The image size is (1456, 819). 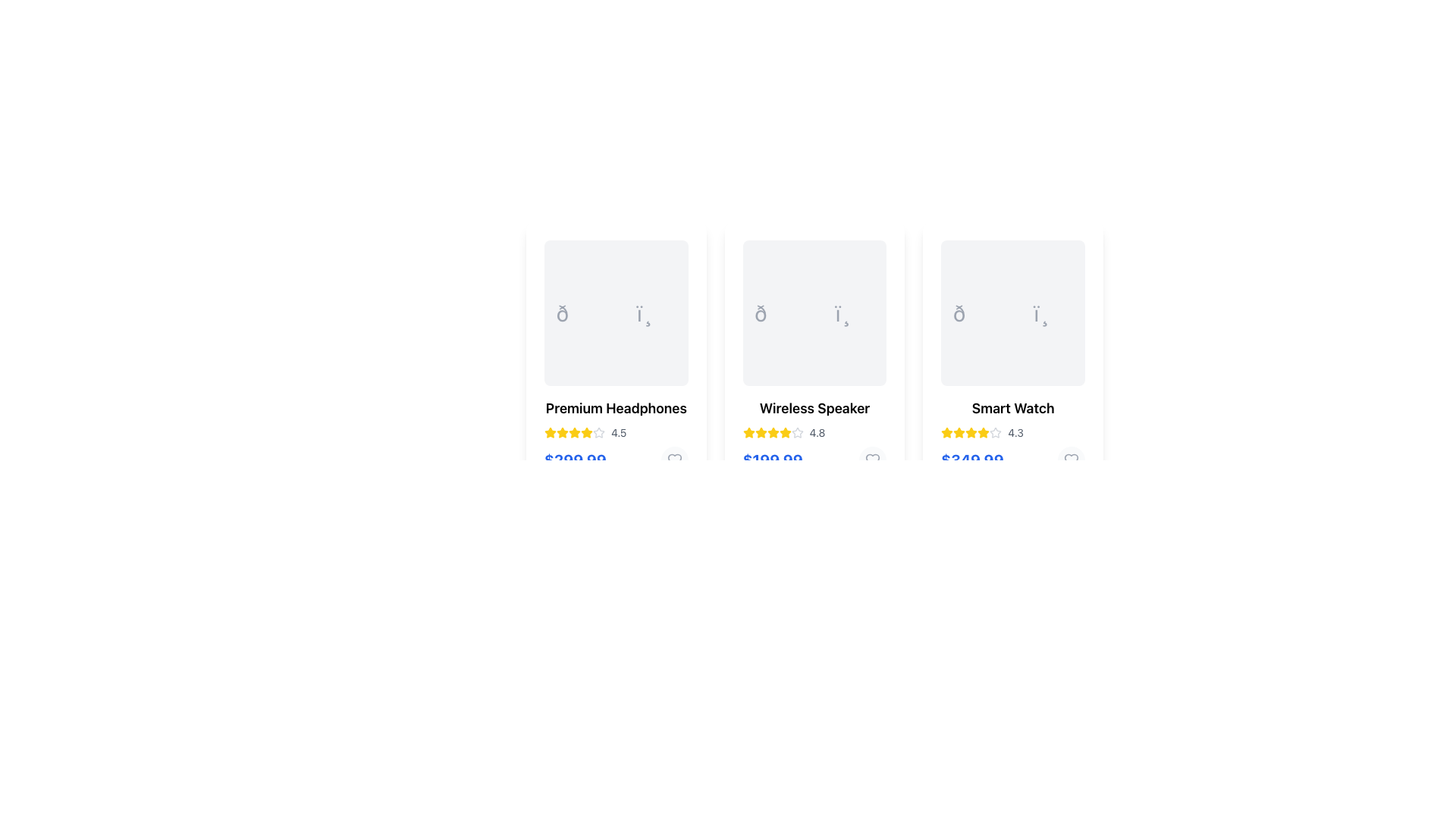 What do you see at coordinates (996, 432) in the screenshot?
I see `the fifth star icon in the rating system below the 'Smart Watch' title and above the product price` at bounding box center [996, 432].